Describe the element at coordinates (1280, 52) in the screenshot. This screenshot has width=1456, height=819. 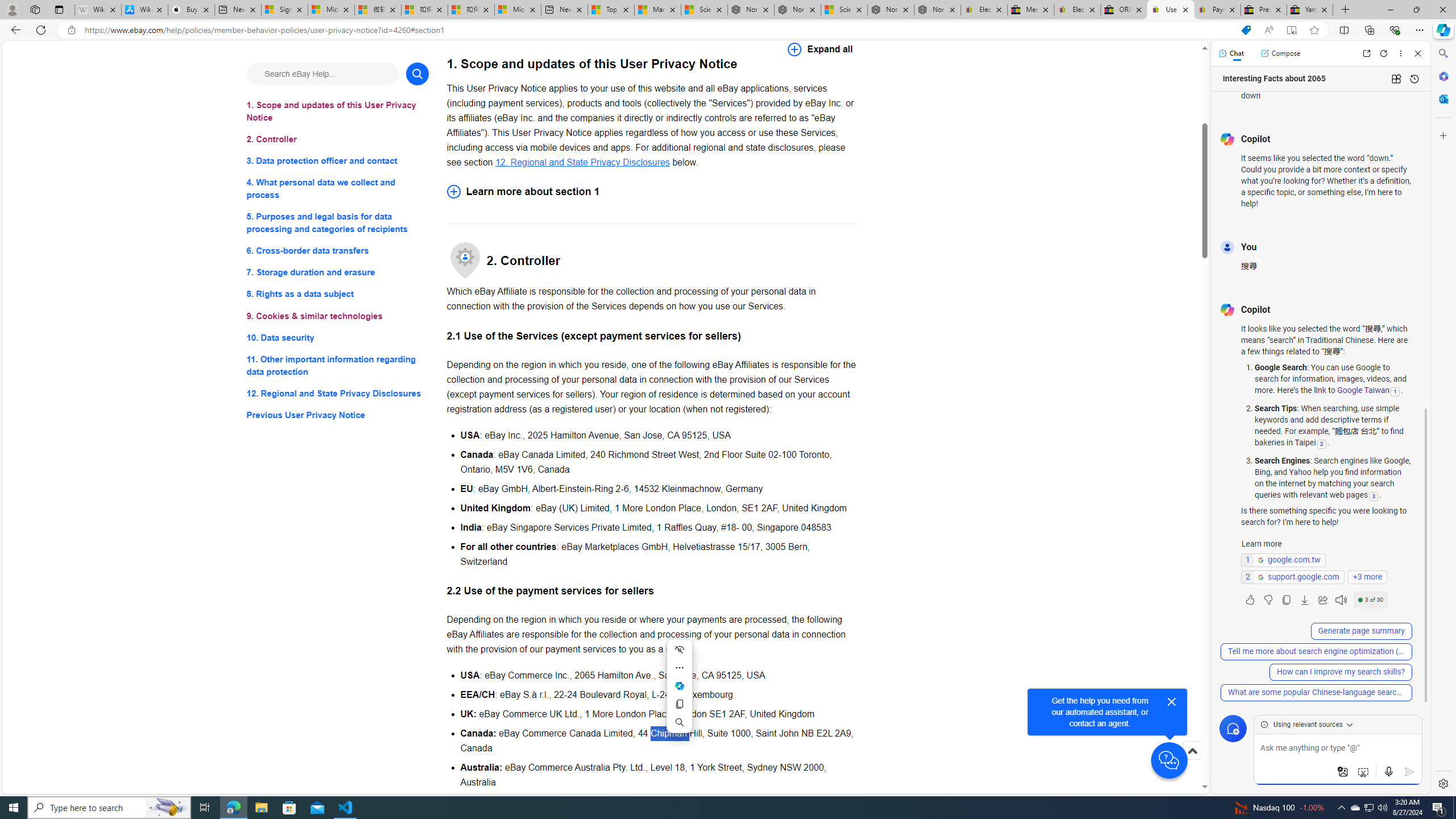
I see `'Compose'` at that location.